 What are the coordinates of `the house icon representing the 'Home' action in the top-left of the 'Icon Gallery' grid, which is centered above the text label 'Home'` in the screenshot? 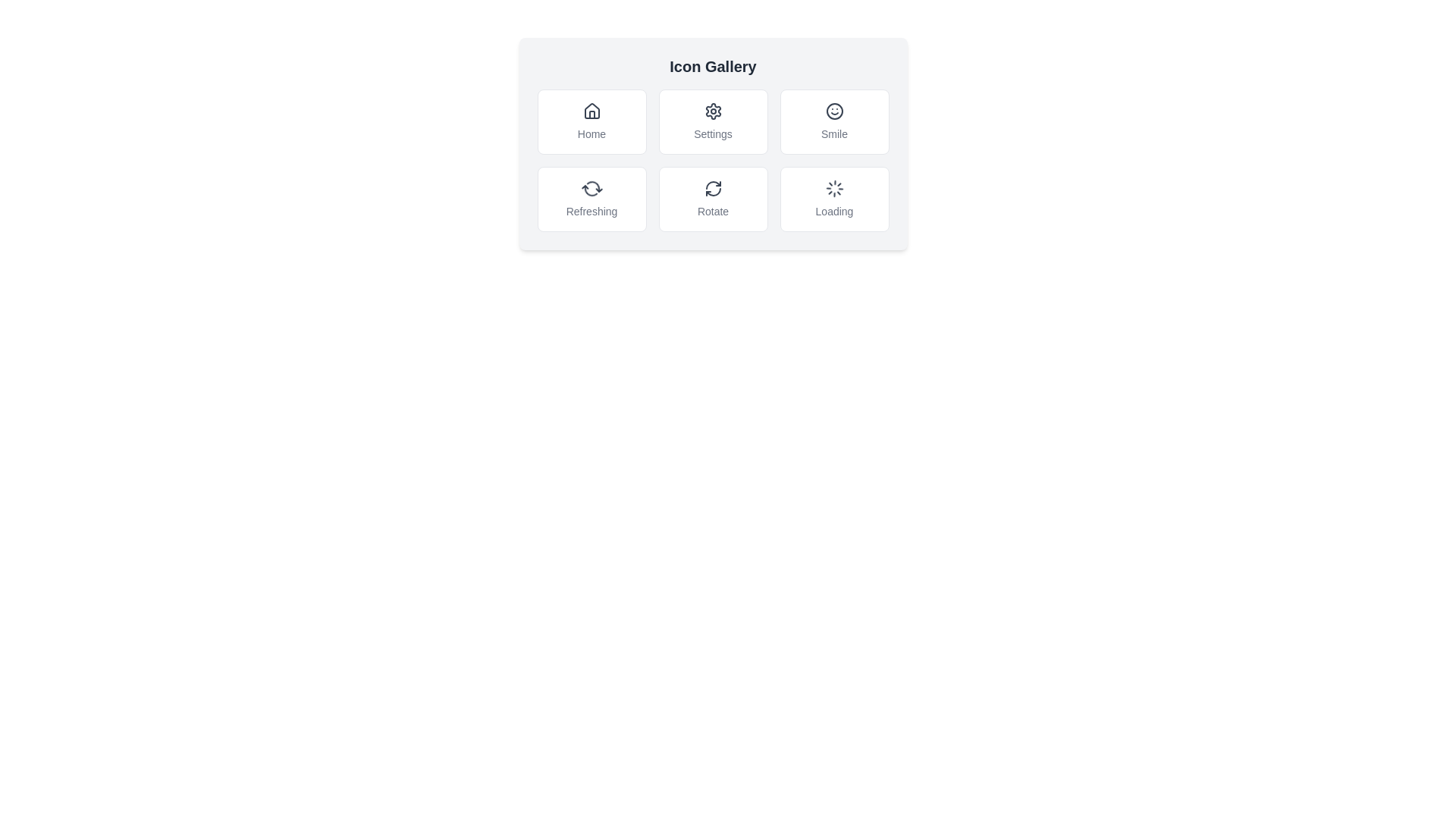 It's located at (591, 110).